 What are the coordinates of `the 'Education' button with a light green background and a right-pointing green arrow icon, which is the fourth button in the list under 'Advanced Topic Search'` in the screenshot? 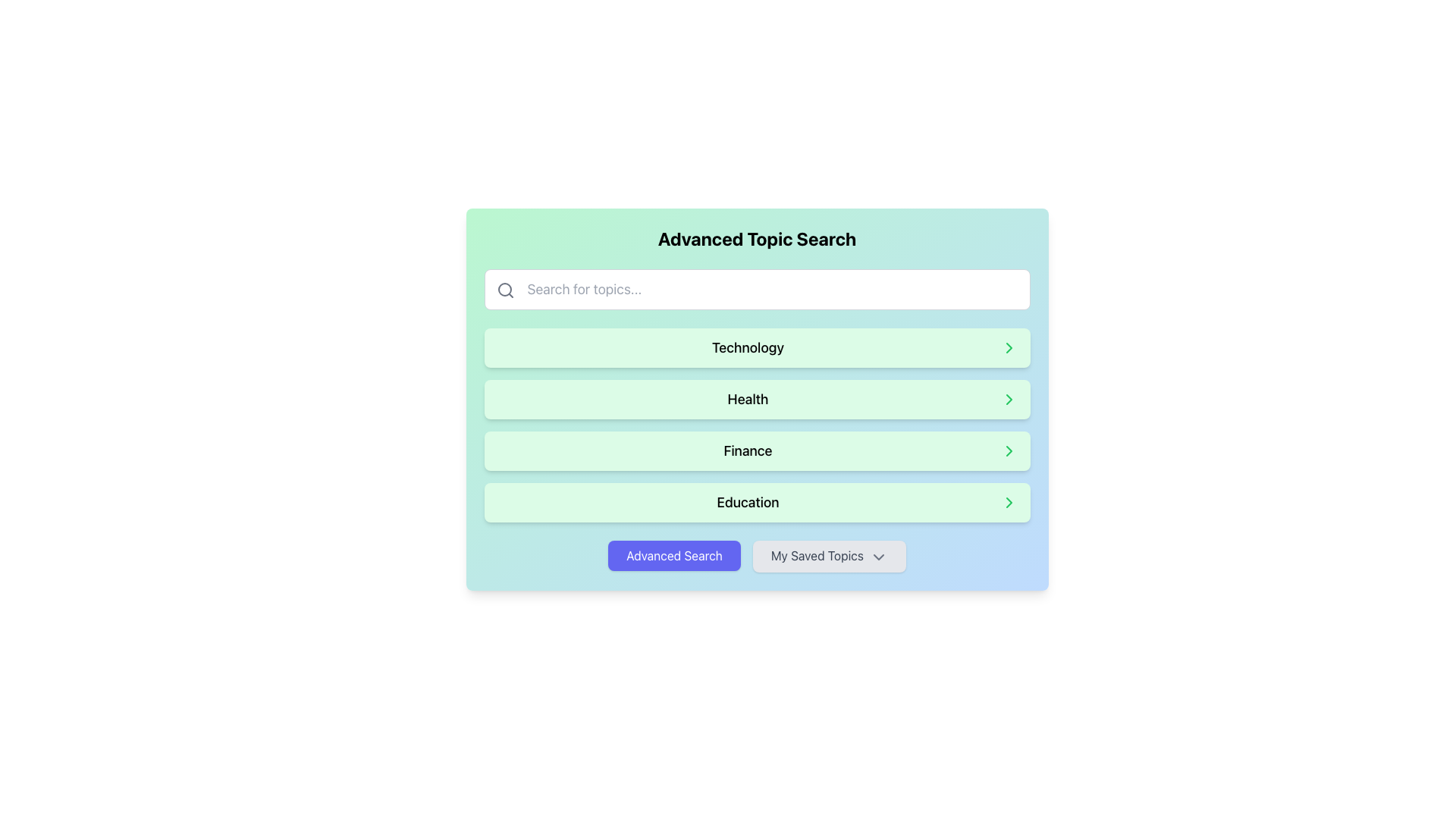 It's located at (757, 503).